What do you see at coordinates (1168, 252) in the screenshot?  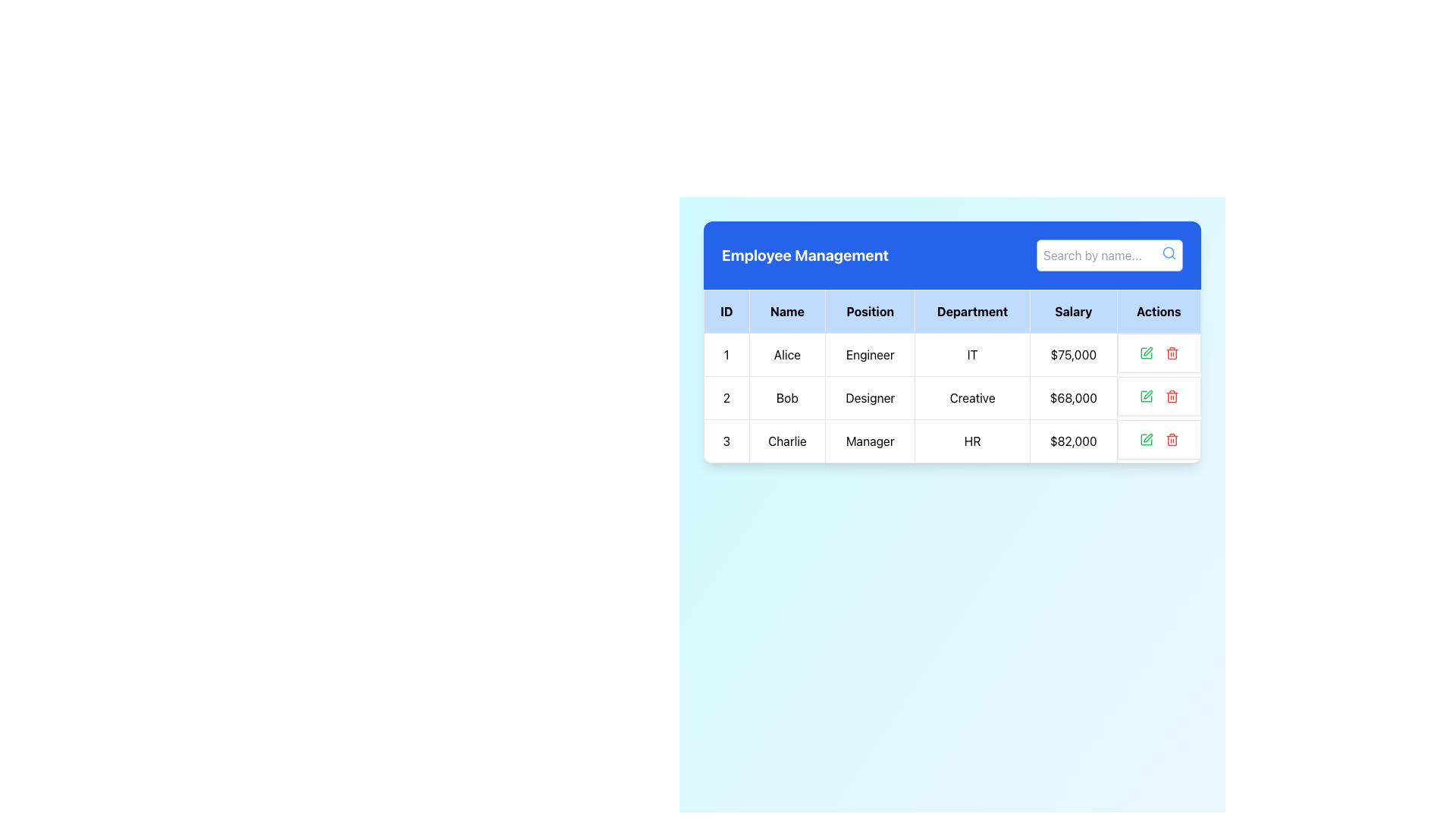 I see `the circular search icon` at bounding box center [1168, 252].